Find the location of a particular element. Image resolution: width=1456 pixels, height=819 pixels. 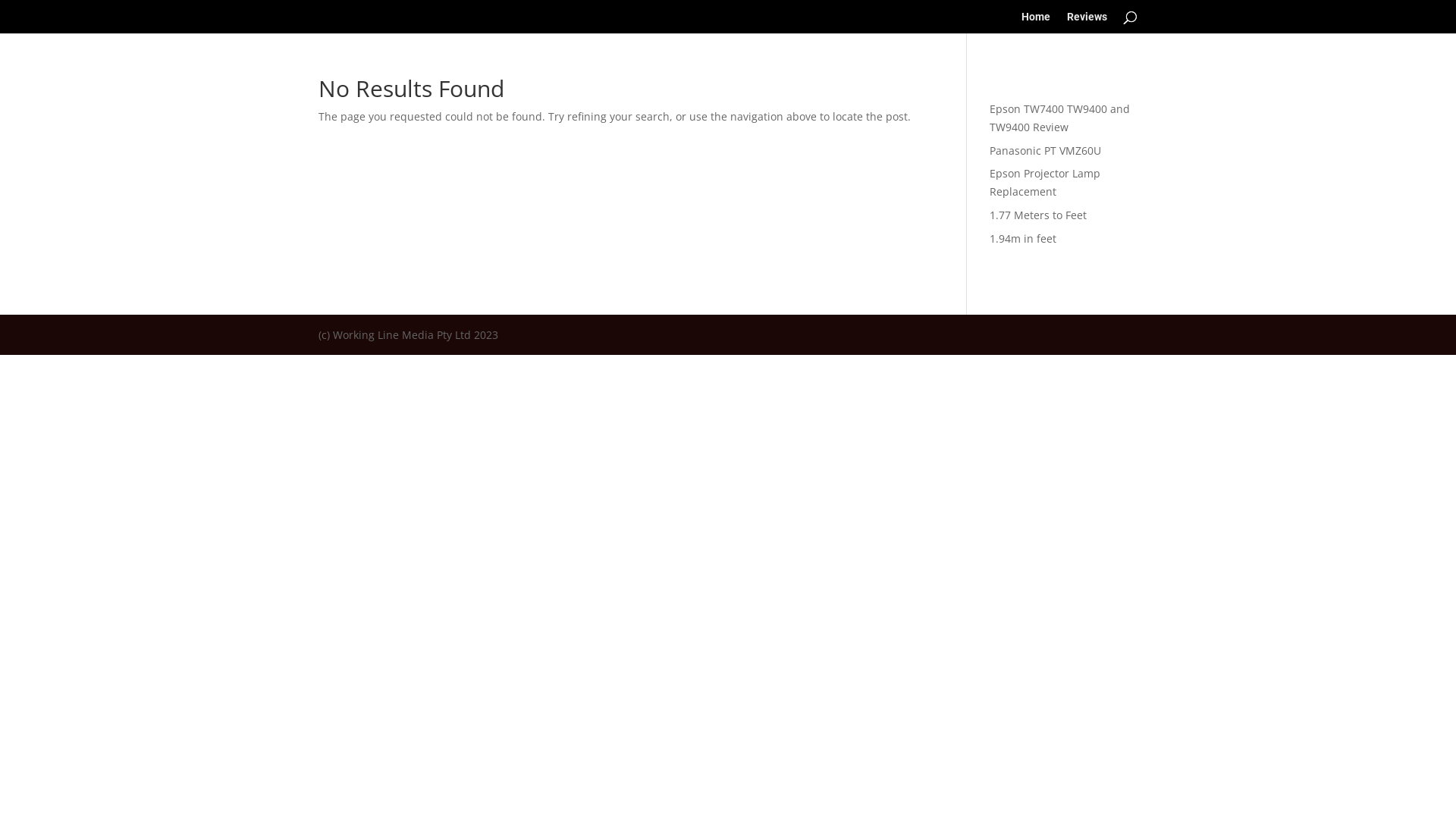

'Reviews' is located at coordinates (1065, 22).